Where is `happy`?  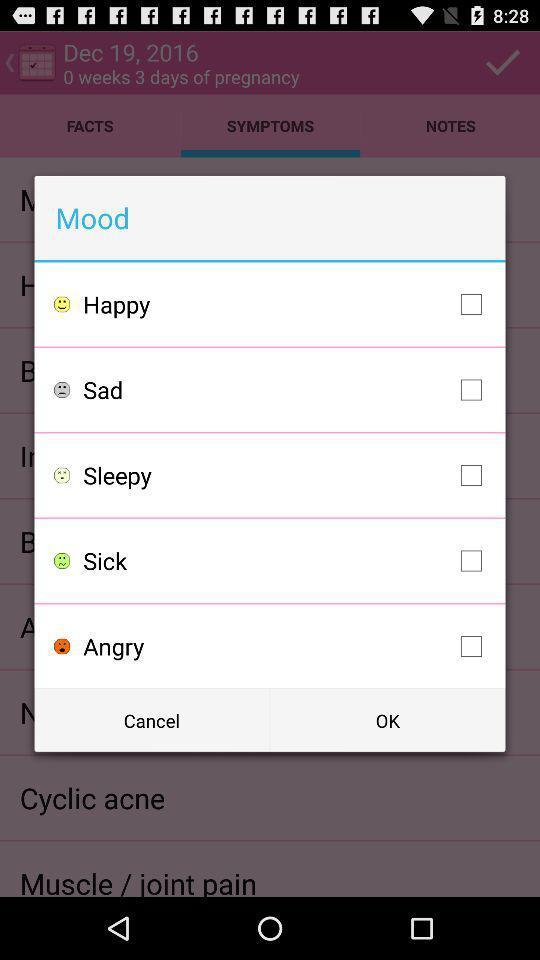
happy is located at coordinates (286, 304).